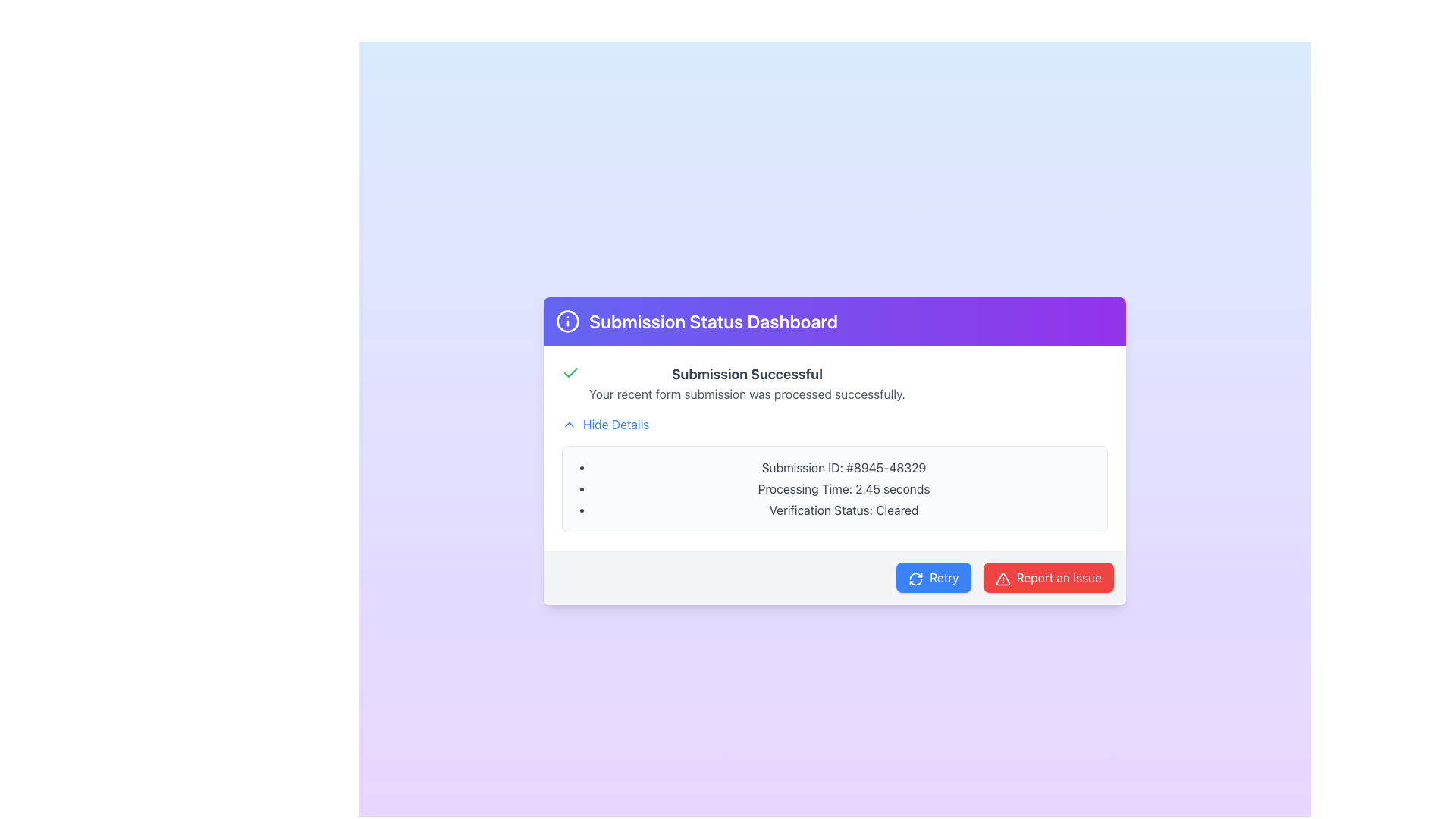 This screenshot has height=819, width=1456. I want to click on the retry button located in the bottom-right section of the modal, directly to the left of the 'Report an Issue' button, so click(932, 578).